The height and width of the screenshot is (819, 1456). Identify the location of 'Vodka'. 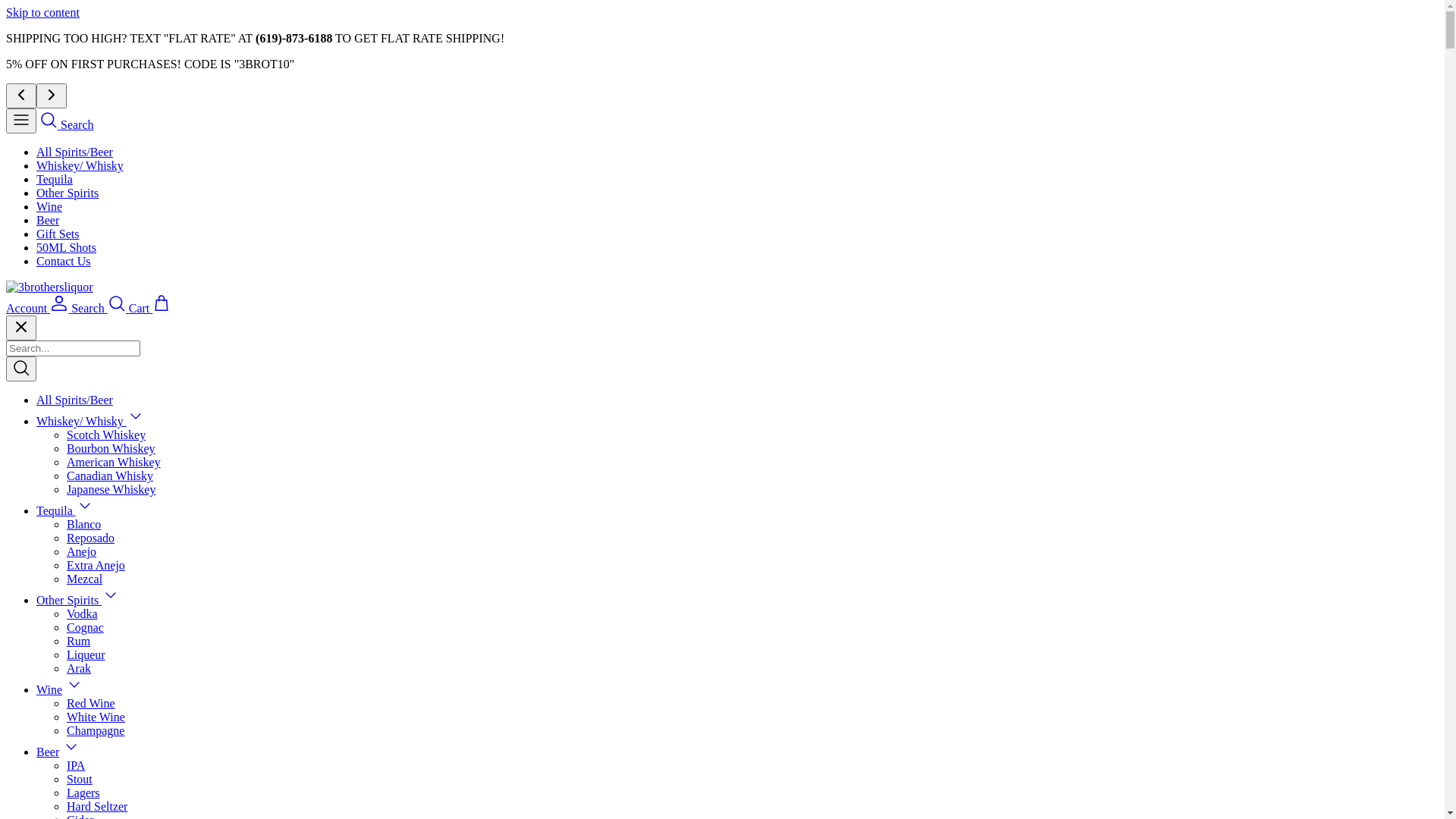
(81, 613).